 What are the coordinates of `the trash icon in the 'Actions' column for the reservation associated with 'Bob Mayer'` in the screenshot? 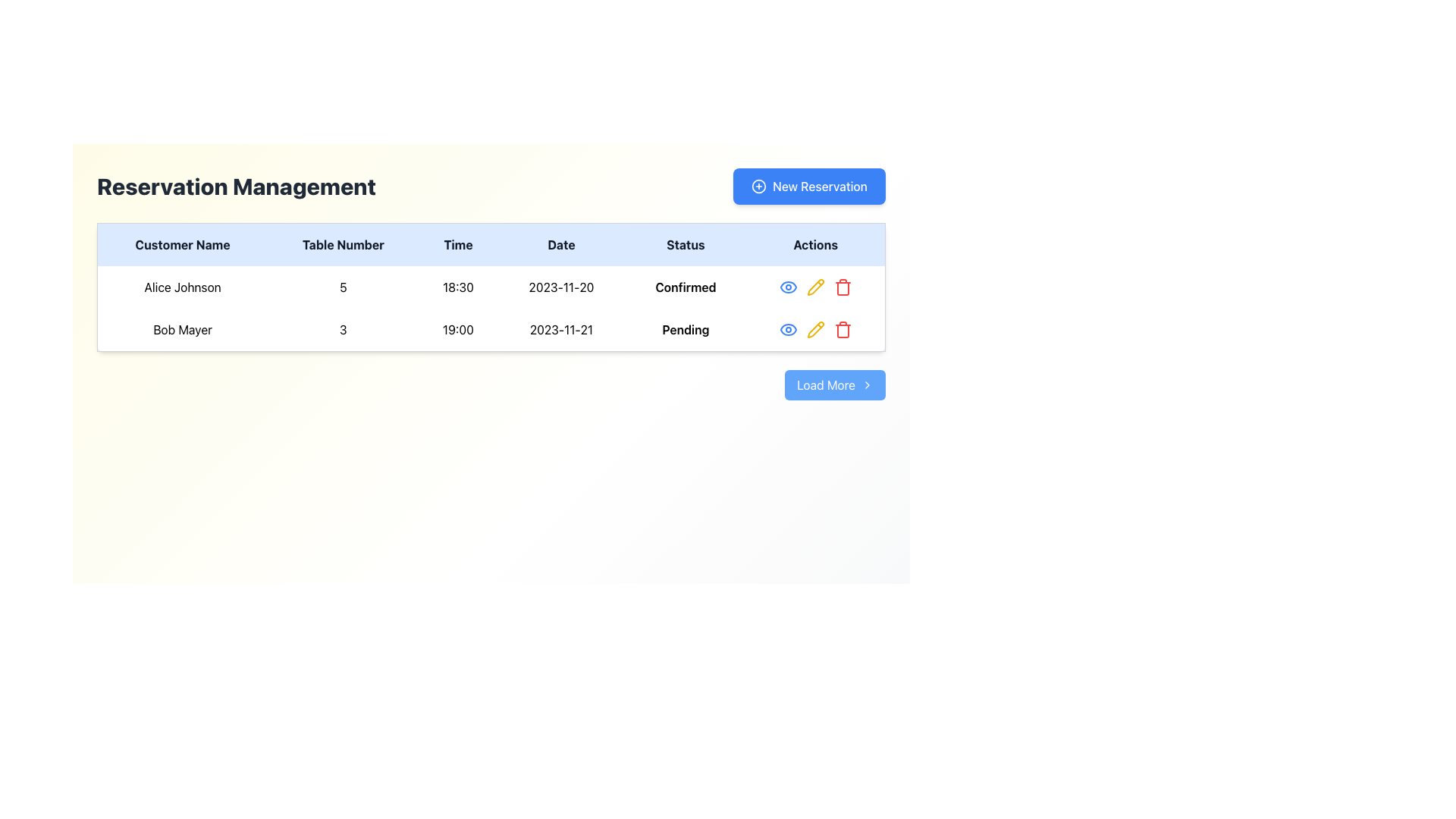 It's located at (814, 329).